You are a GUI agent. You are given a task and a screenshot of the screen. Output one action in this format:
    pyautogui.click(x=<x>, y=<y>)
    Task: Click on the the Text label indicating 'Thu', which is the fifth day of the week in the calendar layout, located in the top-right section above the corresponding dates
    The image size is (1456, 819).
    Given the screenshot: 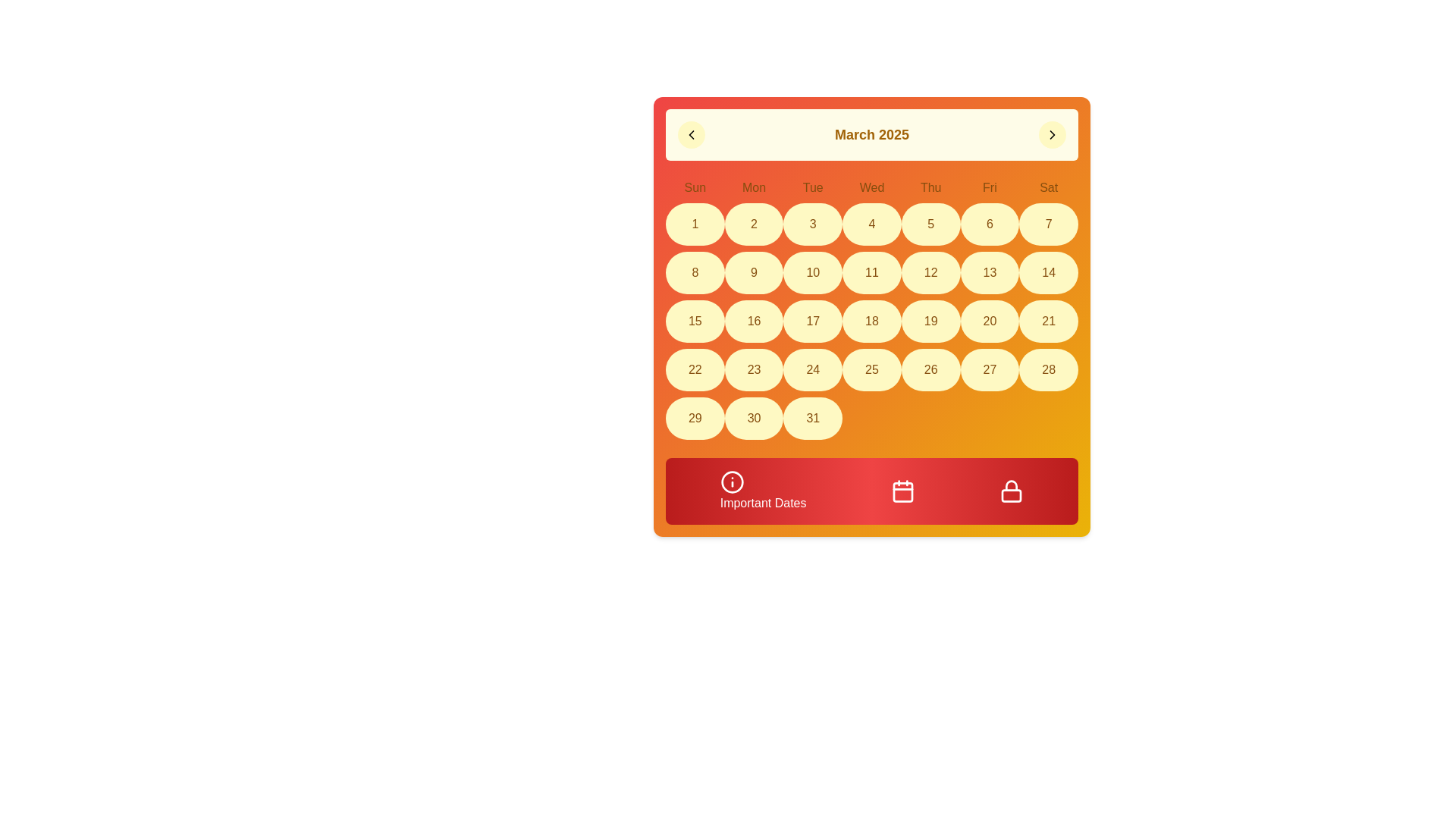 What is the action you would take?
    pyautogui.click(x=930, y=187)
    